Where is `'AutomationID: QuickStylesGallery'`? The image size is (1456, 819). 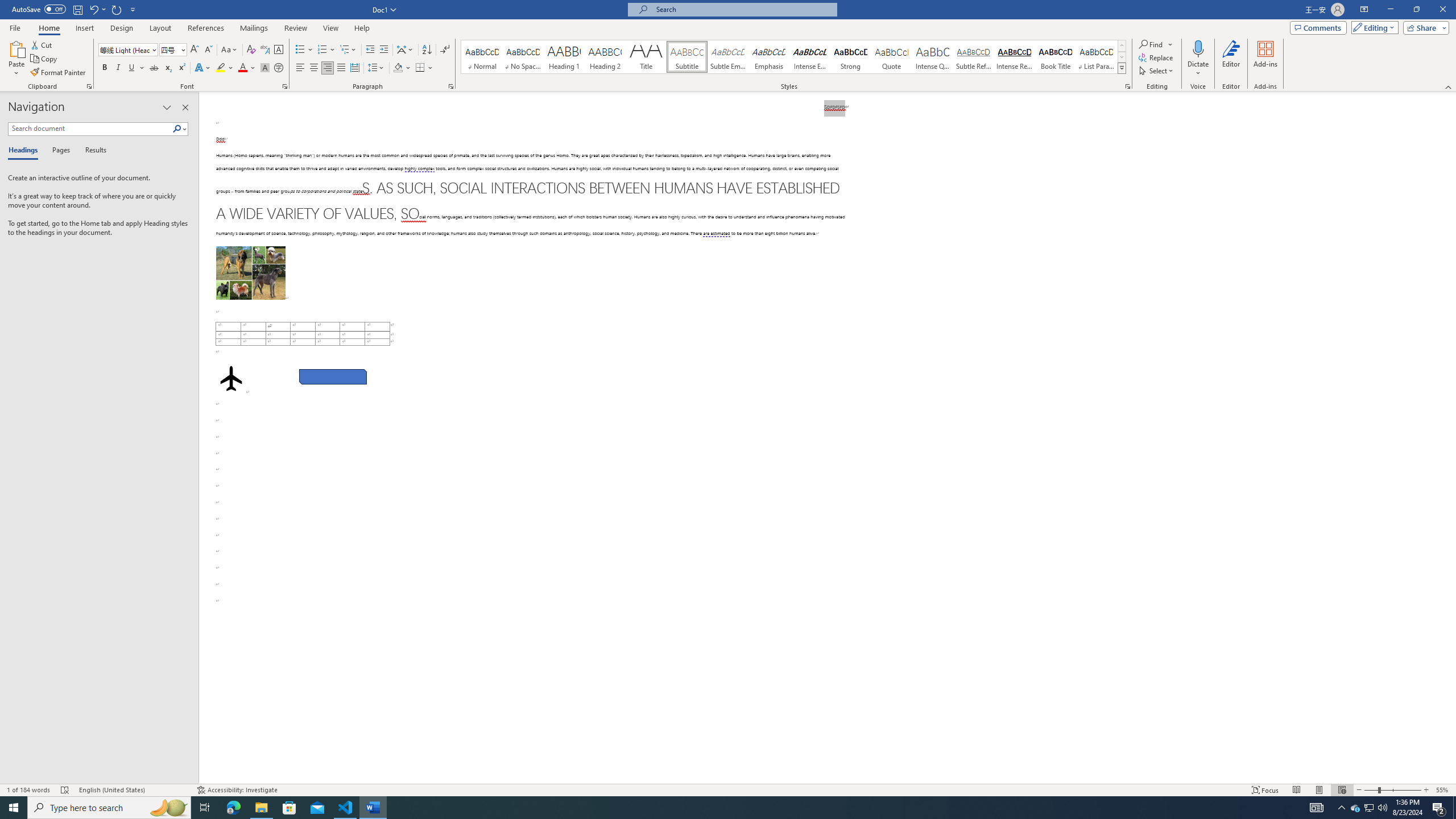 'AutomationID: QuickStylesGallery' is located at coordinates (793, 56).